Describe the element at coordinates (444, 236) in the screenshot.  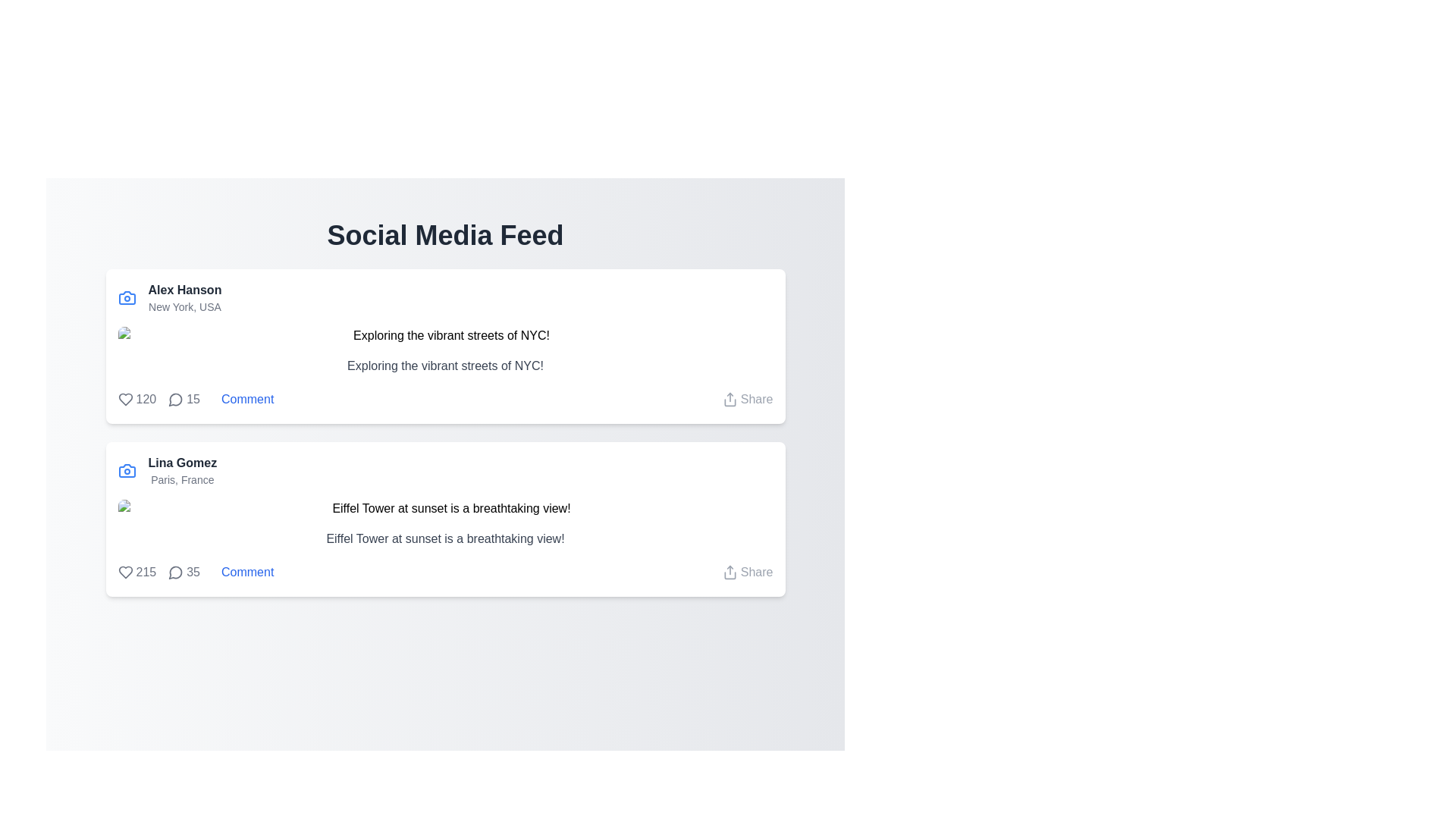
I see `the text-based heading element serving as a visual label for the social media feed section, located at the upper part of the interface above user posts` at that location.